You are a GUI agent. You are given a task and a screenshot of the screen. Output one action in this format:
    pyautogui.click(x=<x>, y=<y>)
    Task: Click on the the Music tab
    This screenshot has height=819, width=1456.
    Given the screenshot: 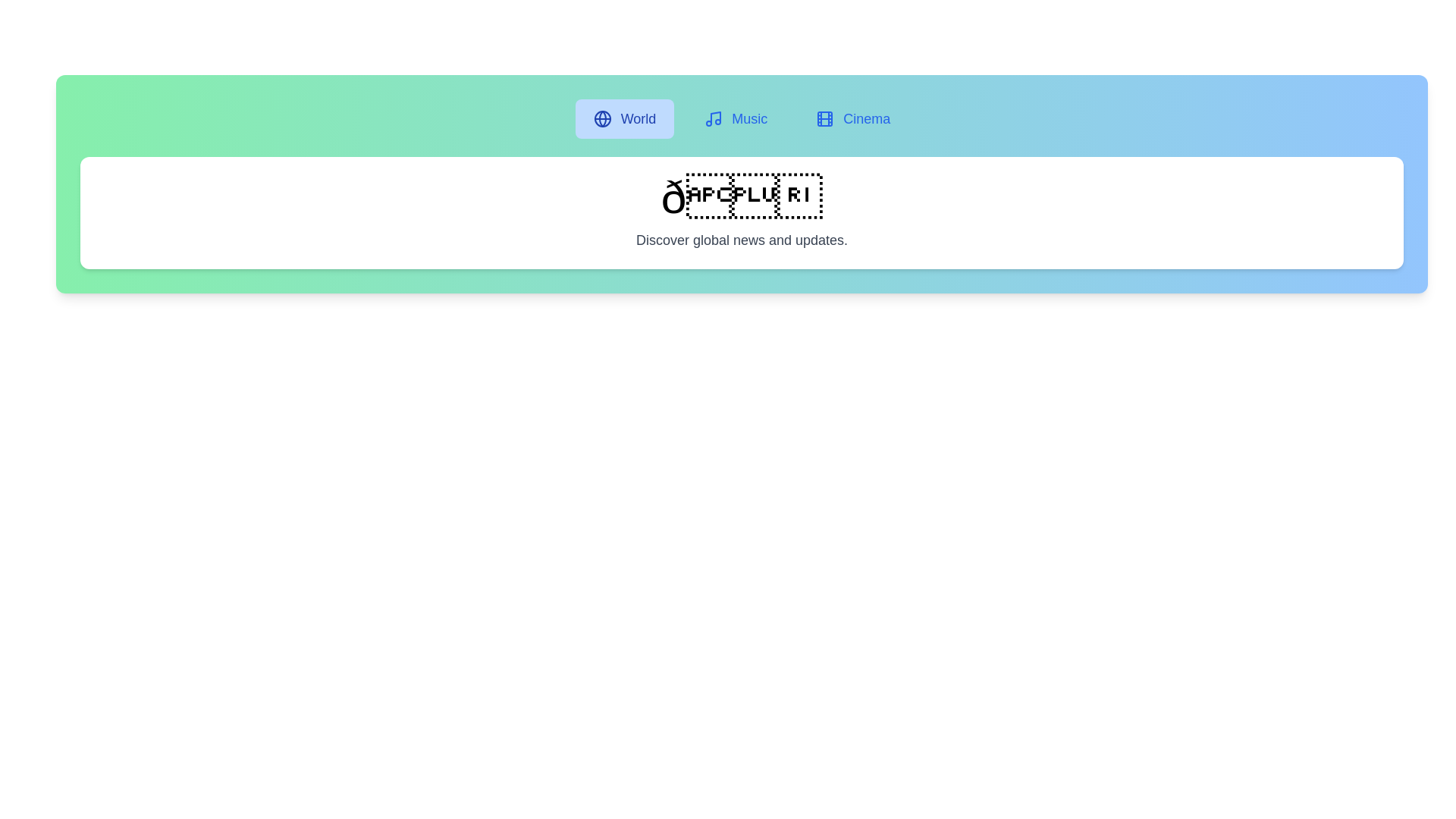 What is the action you would take?
    pyautogui.click(x=736, y=118)
    